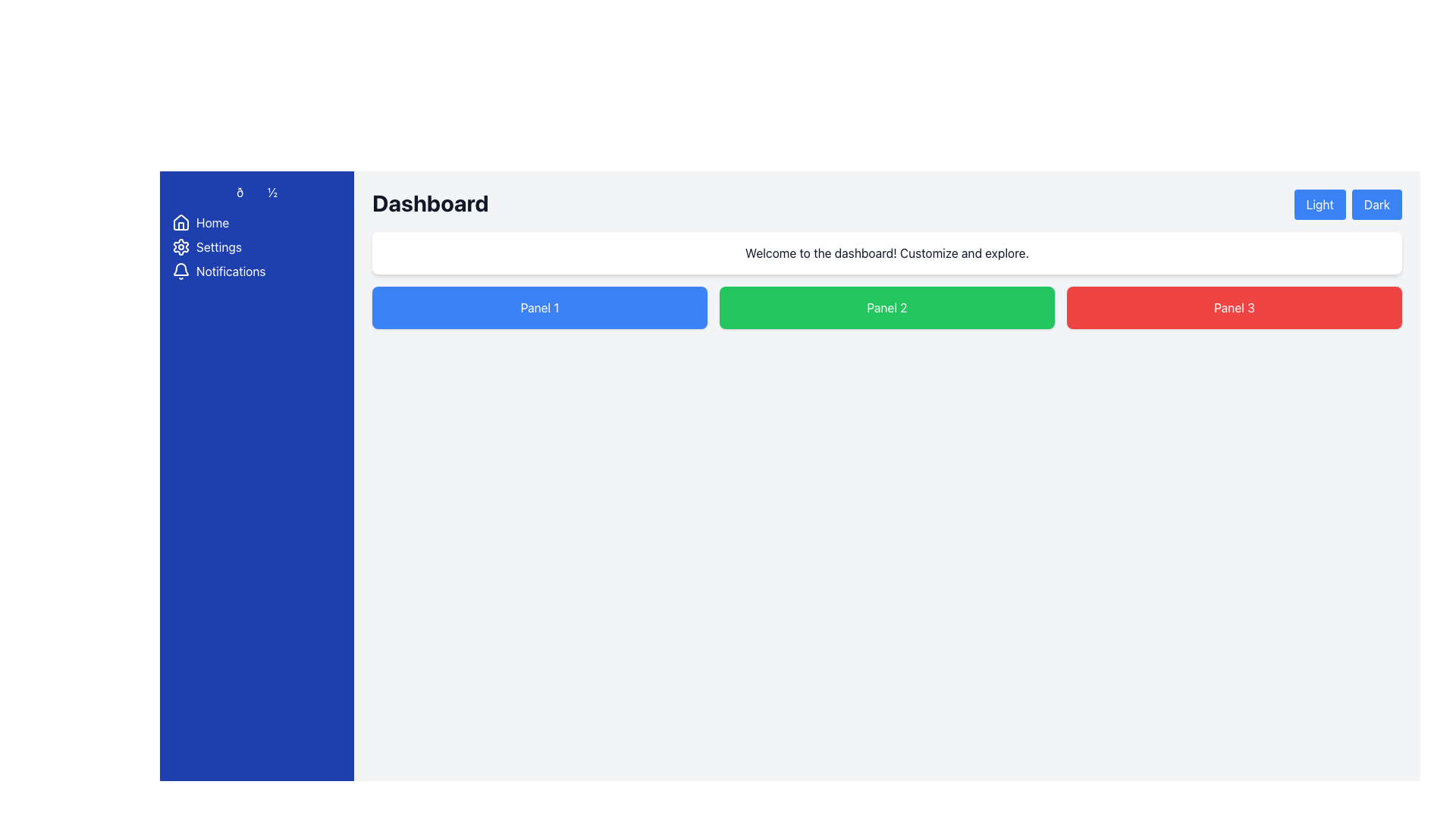  What do you see at coordinates (539, 307) in the screenshot?
I see `the blue rectangular panel labeled 'Panel 1' with rounded corners and a shadow effect, which is the first panel in a row of three panels` at bounding box center [539, 307].